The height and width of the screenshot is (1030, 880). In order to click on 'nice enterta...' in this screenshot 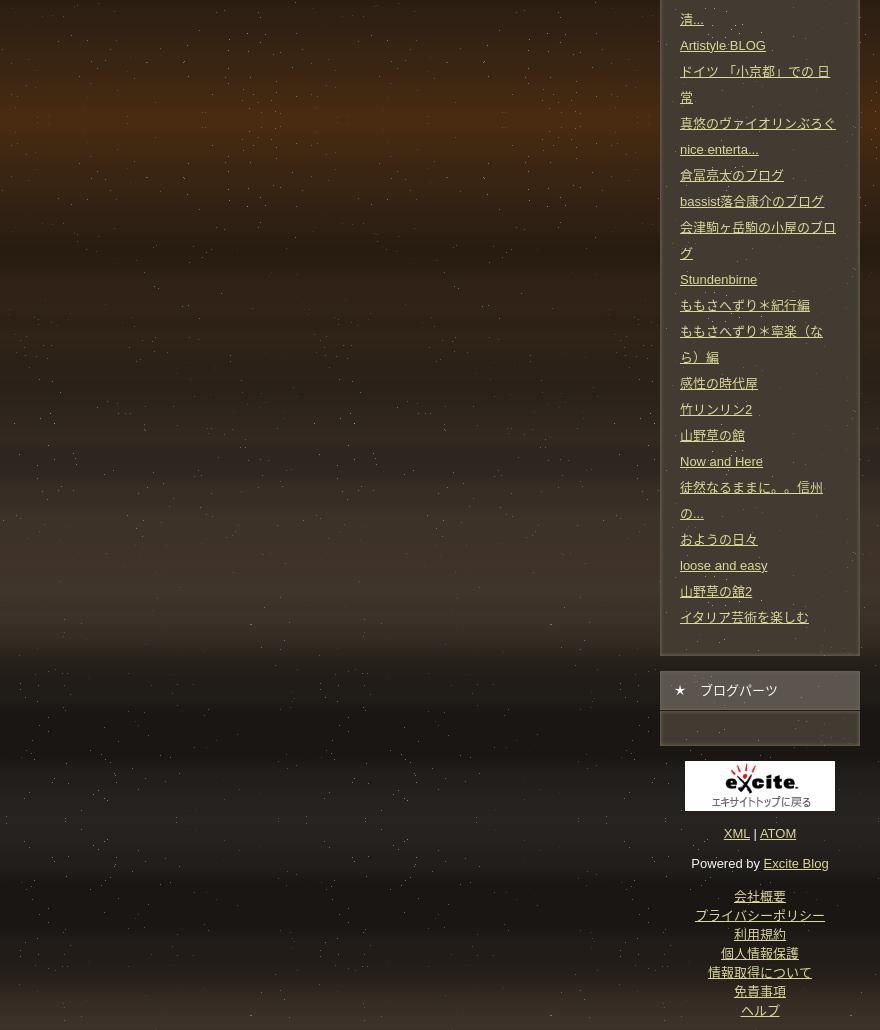, I will do `click(718, 147)`.